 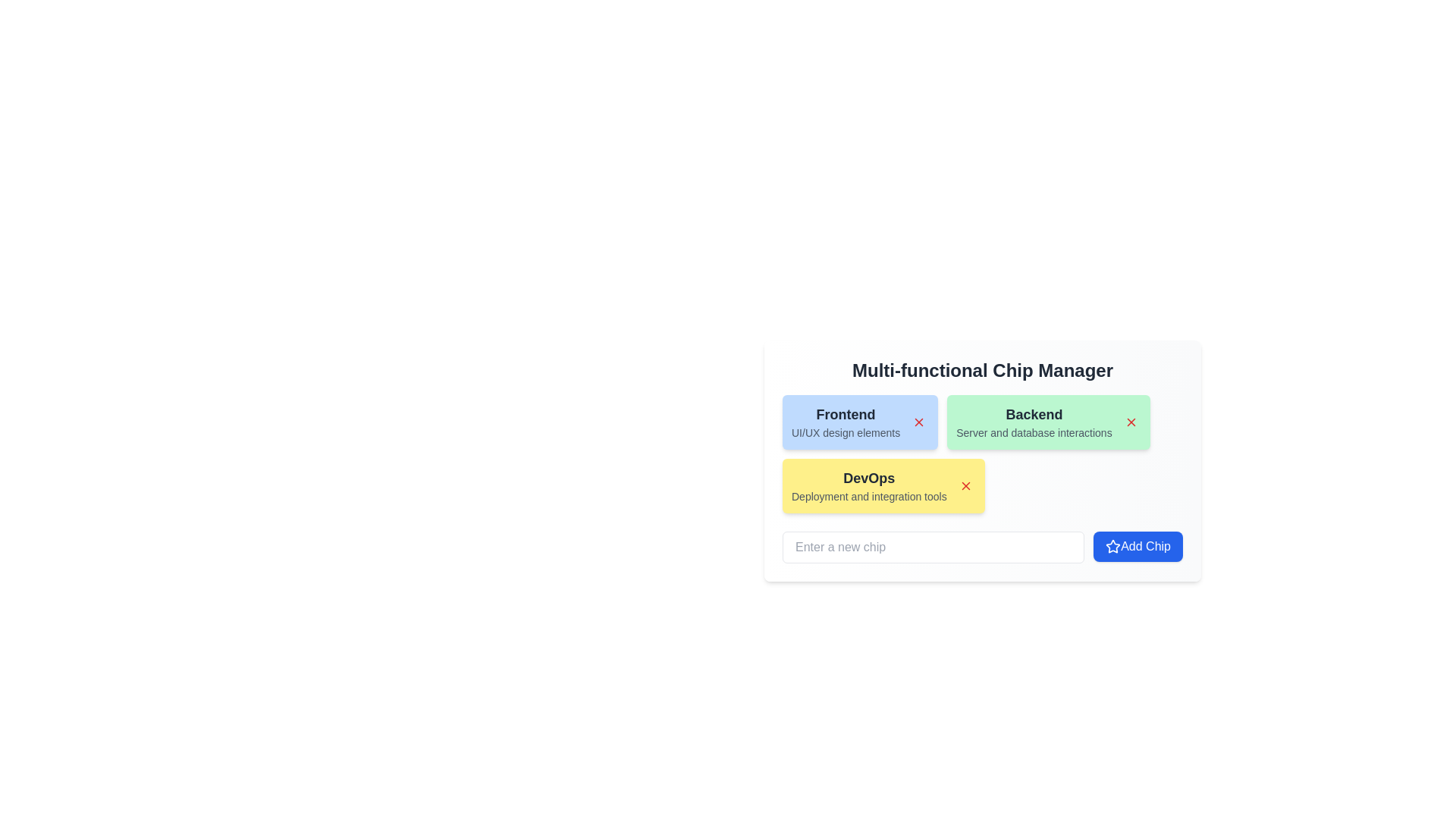 I want to click on on the editable interactive chip in the Multi-functional Chip Manager, which consists of a cluster of three colored chips (blue, green, yellow) with bold text describing domains like 'Frontend', 'Backend', or 'DevOps', so click(x=983, y=453).